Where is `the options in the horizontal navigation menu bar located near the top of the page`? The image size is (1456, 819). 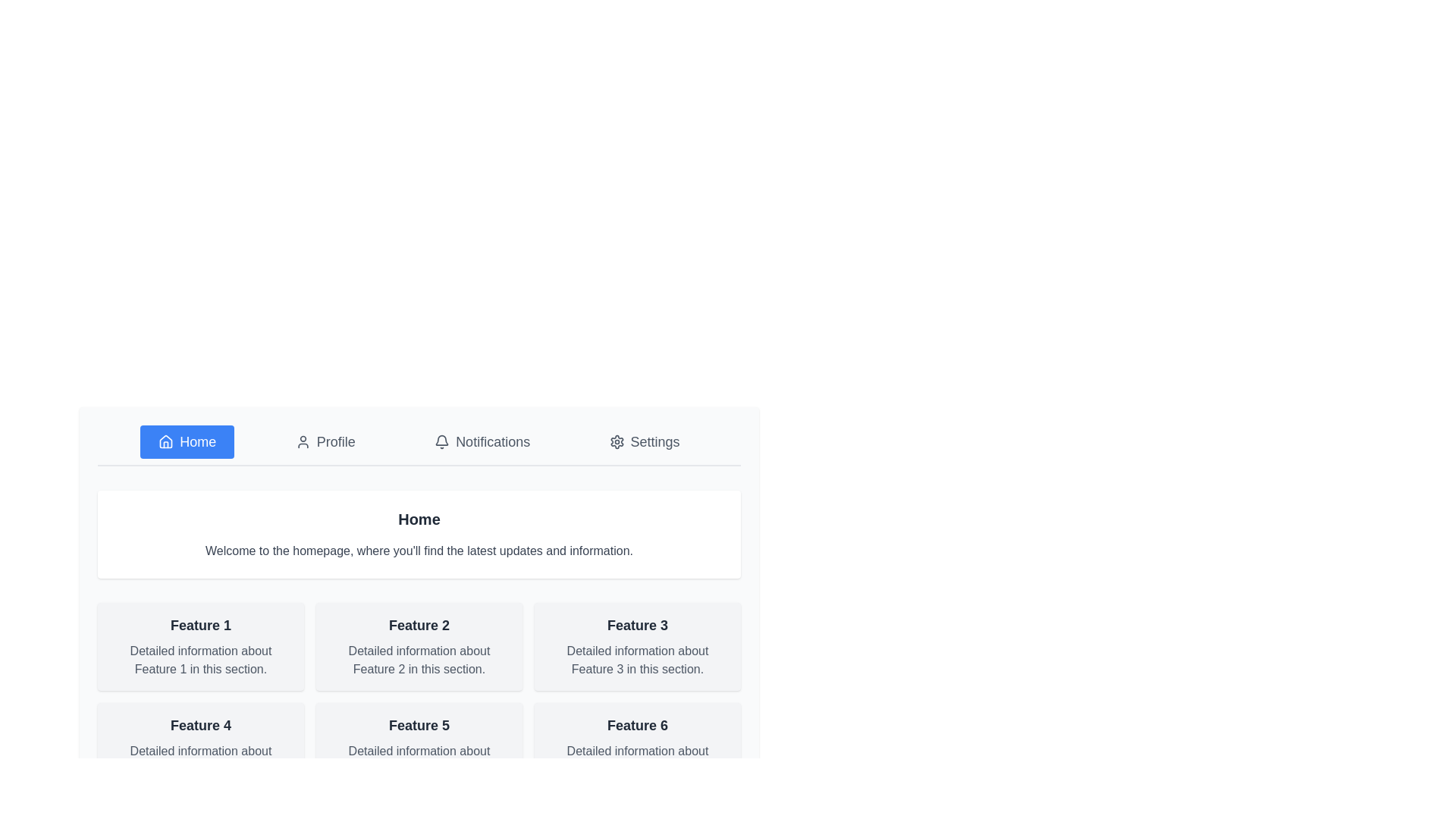
the options in the horizontal navigation menu bar located near the top of the page is located at coordinates (419, 444).